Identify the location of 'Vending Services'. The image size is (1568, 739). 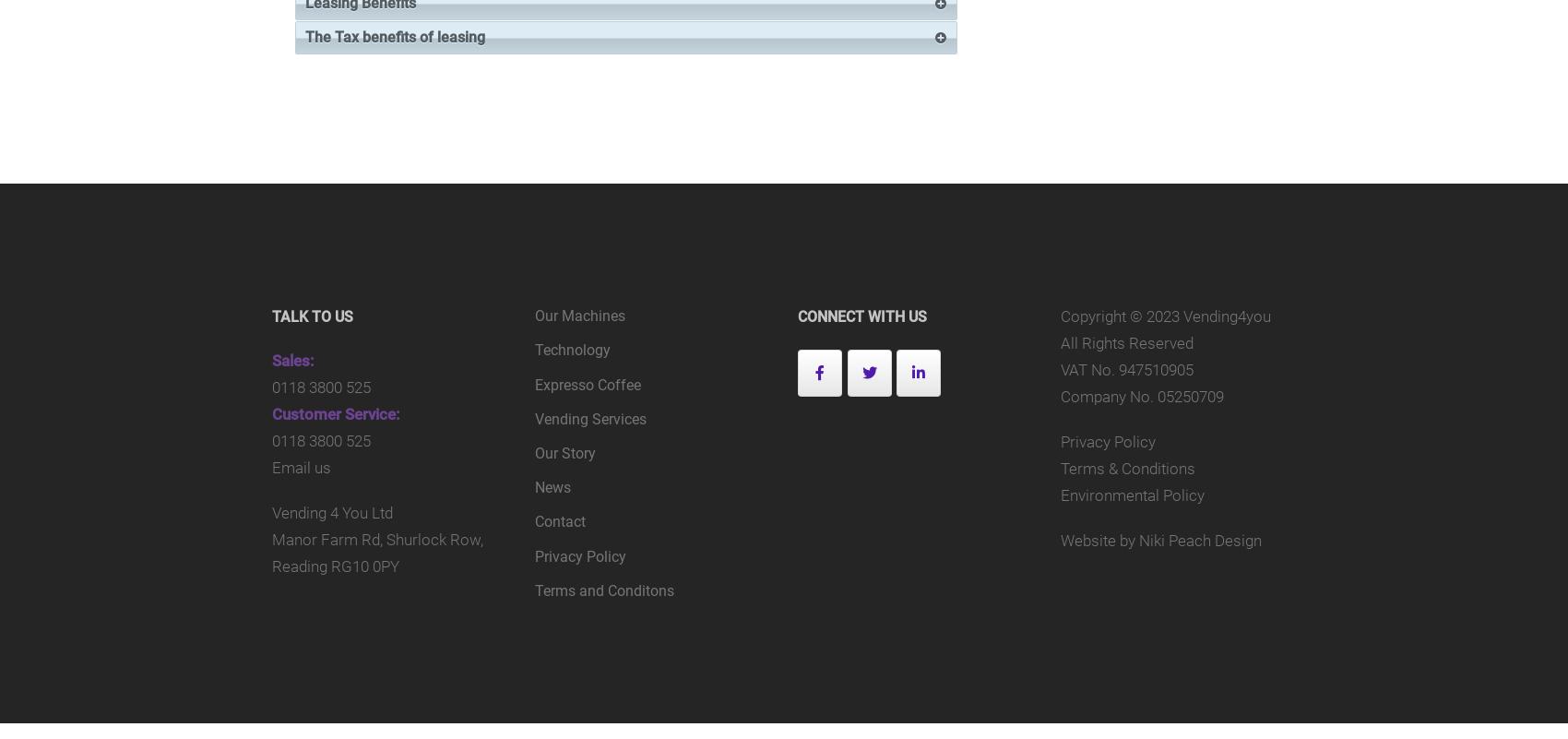
(590, 418).